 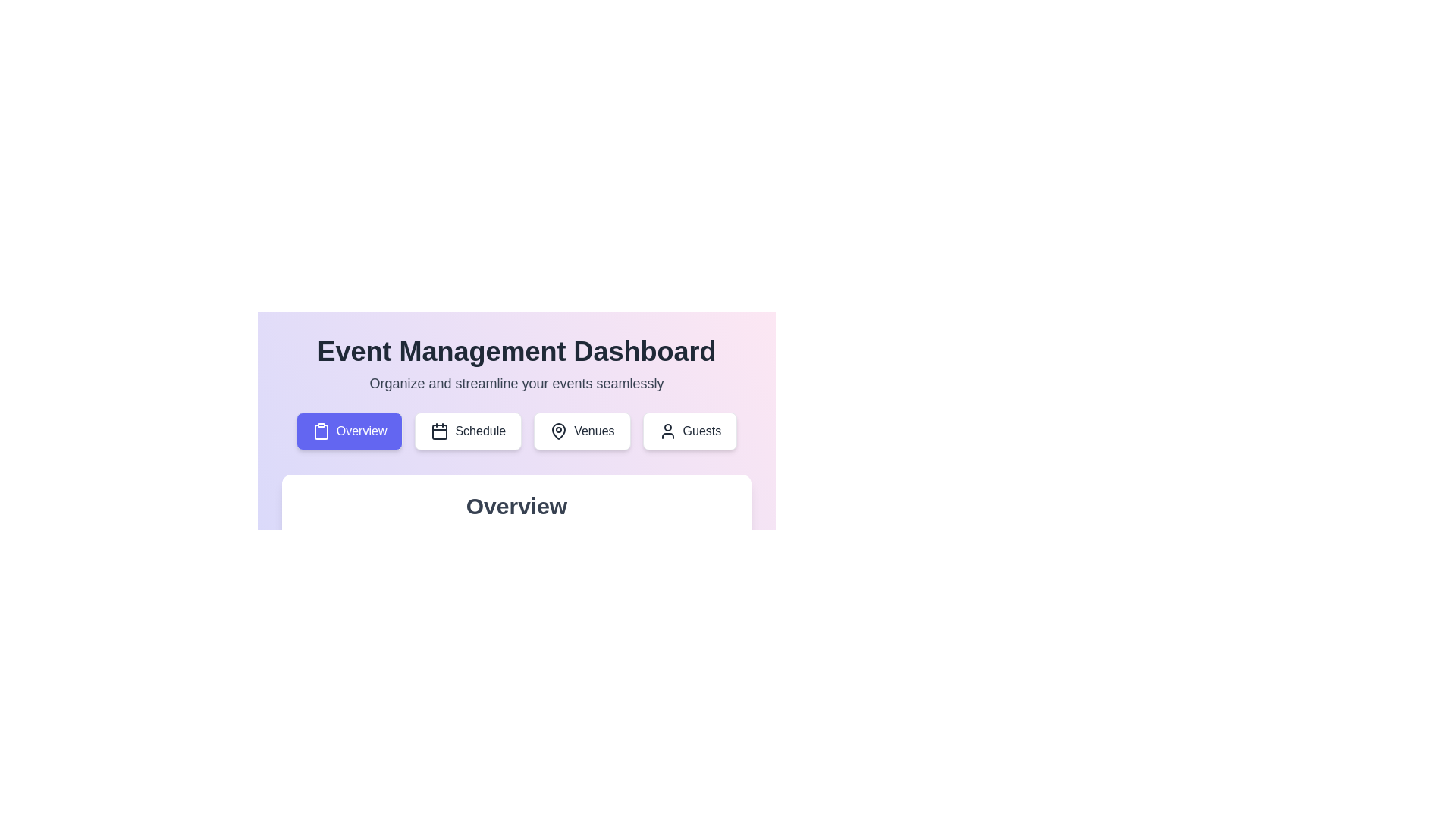 What do you see at coordinates (467, 431) in the screenshot?
I see `the Schedule tab by clicking on its button` at bounding box center [467, 431].